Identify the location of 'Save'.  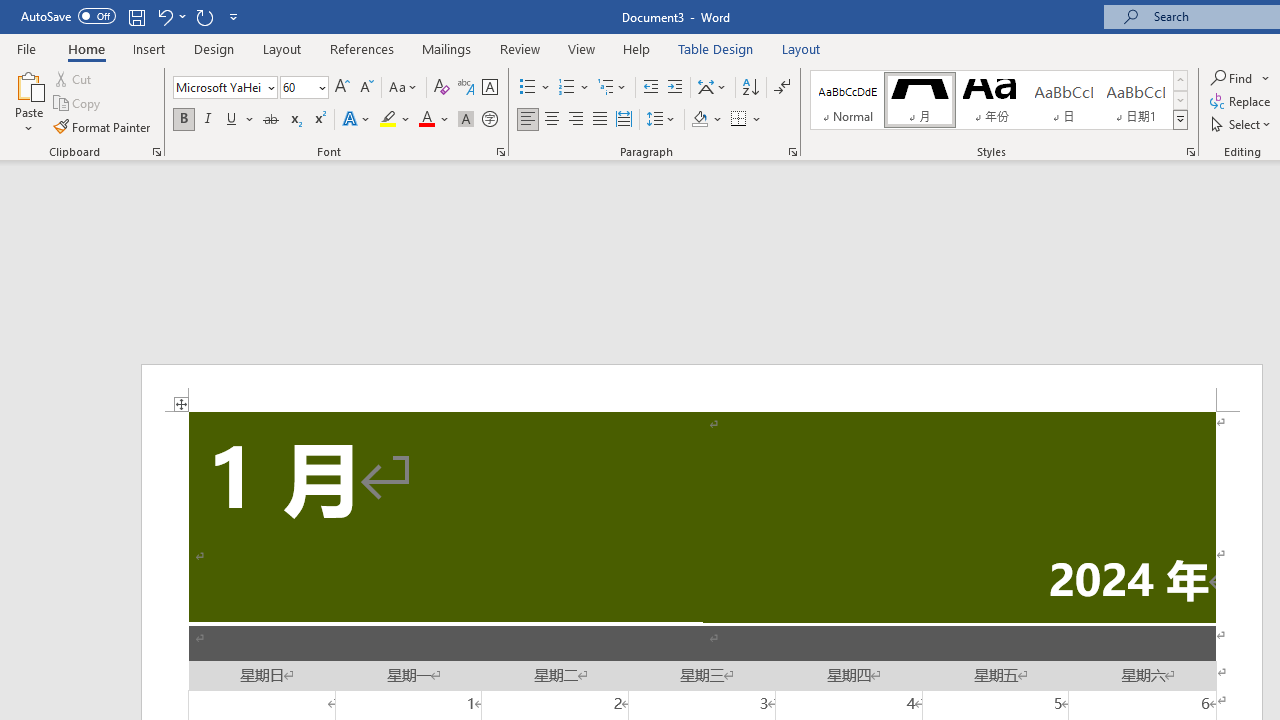
(135, 16).